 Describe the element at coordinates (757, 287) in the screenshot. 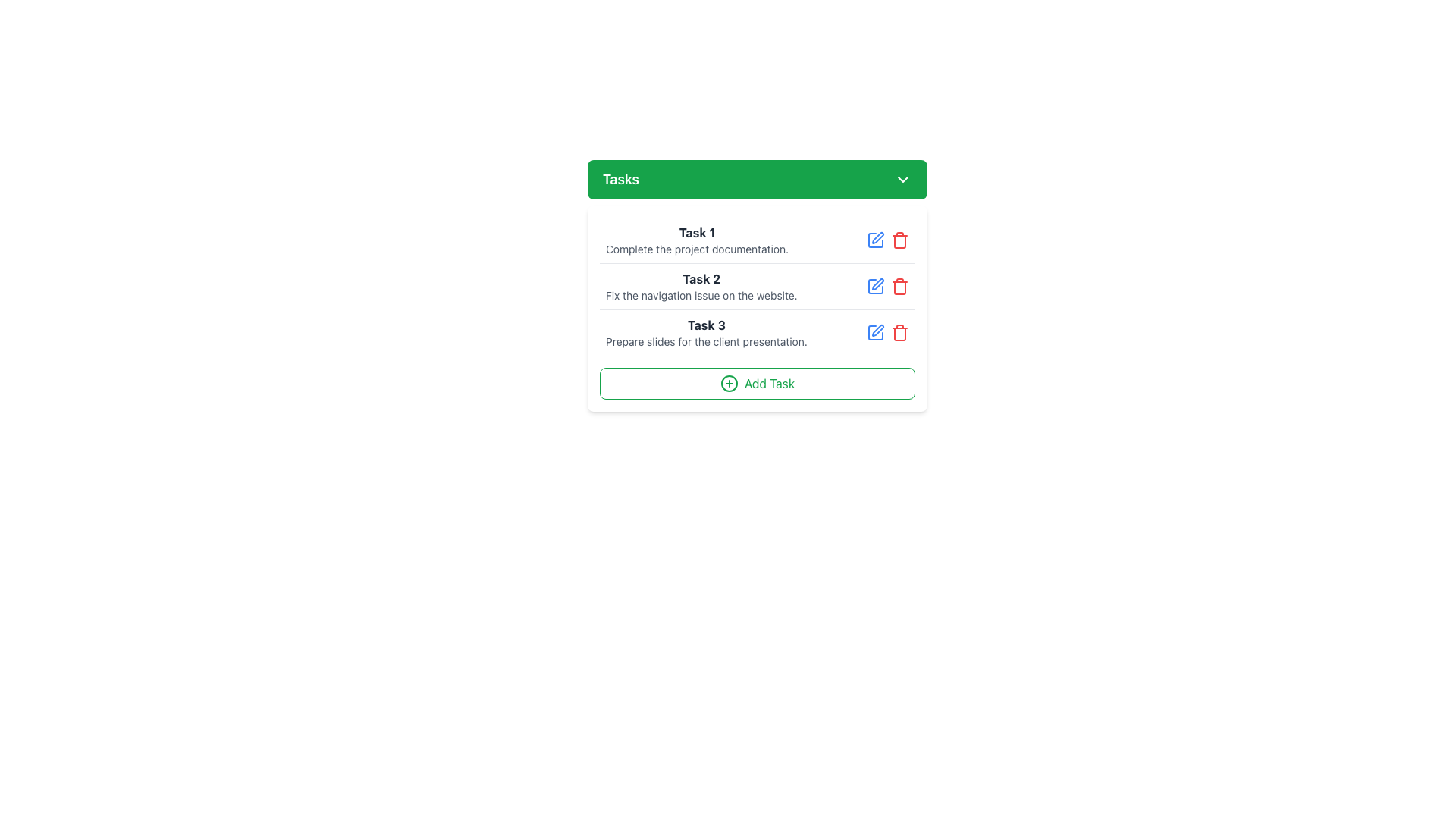

I see `the static text content of 'Task 2' within the styled card component that includes three lines of task descriptions, positioned centrally in the card, below 'Task 1' and above 'Task 3'` at that location.